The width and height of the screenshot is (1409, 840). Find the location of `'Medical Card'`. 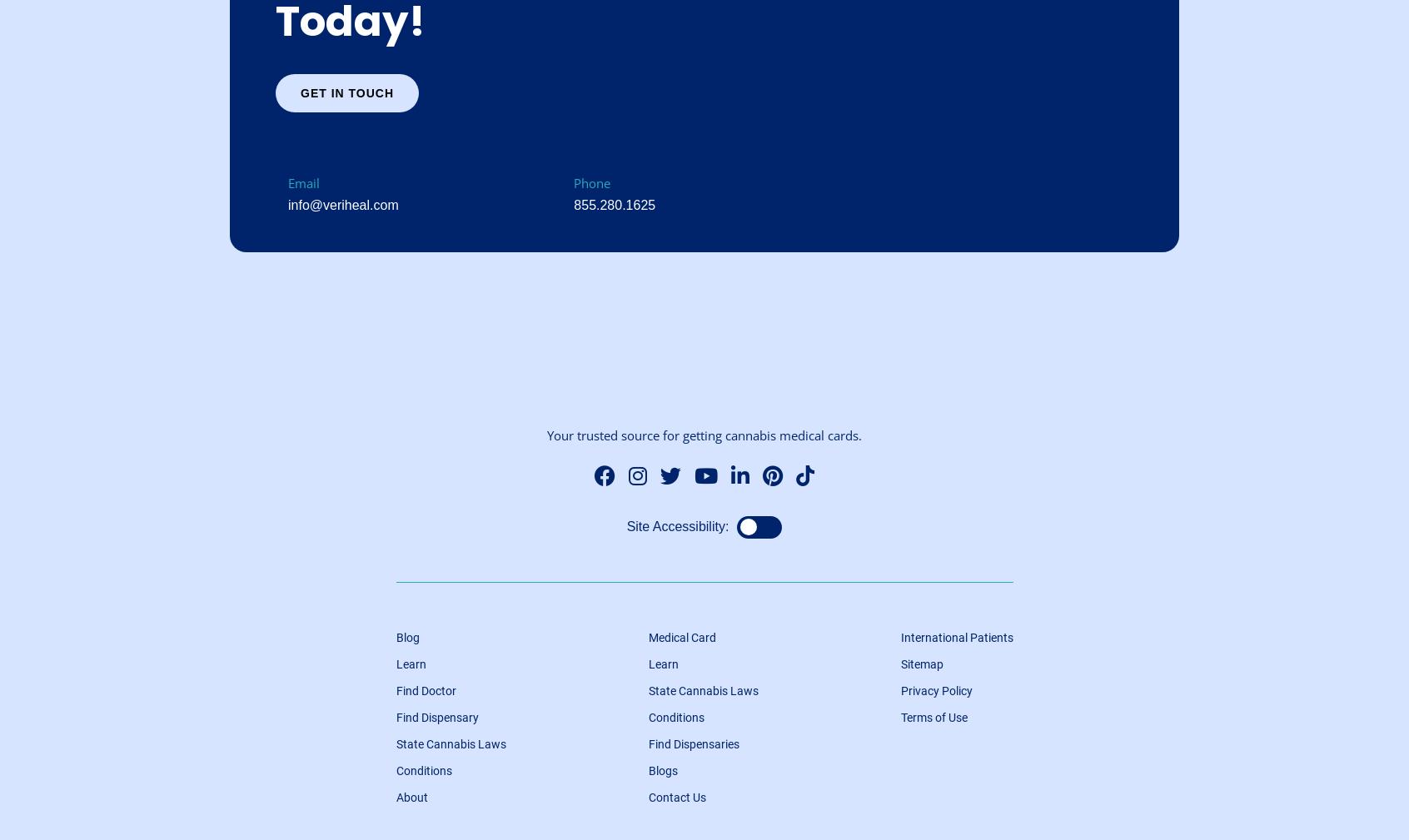

'Medical Card' is located at coordinates (647, 638).